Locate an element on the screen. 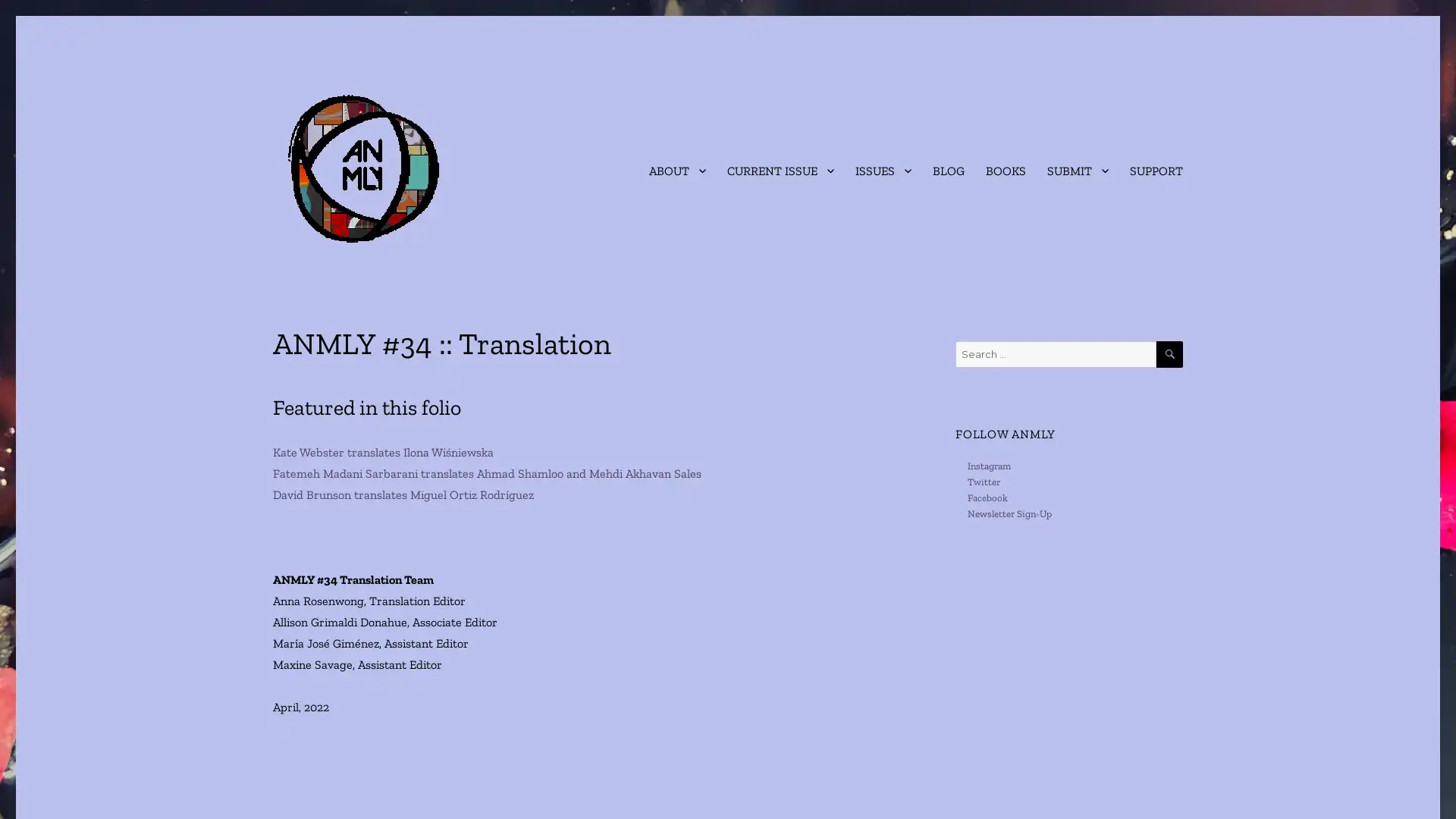 This screenshot has width=1456, height=819. SEARCH is located at coordinates (1169, 354).